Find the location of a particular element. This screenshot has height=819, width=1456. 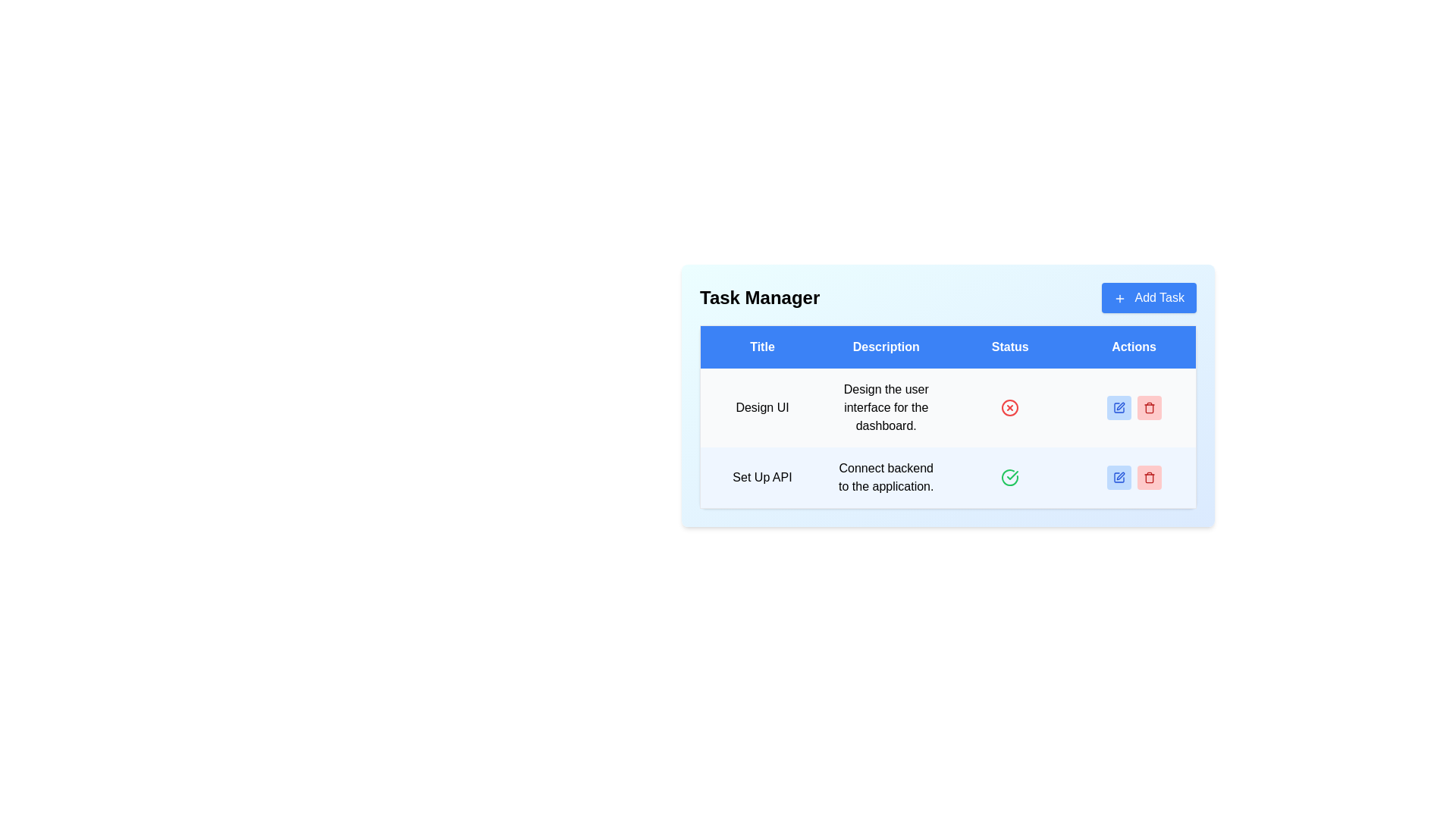

the delete button located in the 'Actions' column of the top row in the tasks table is located at coordinates (1149, 406).